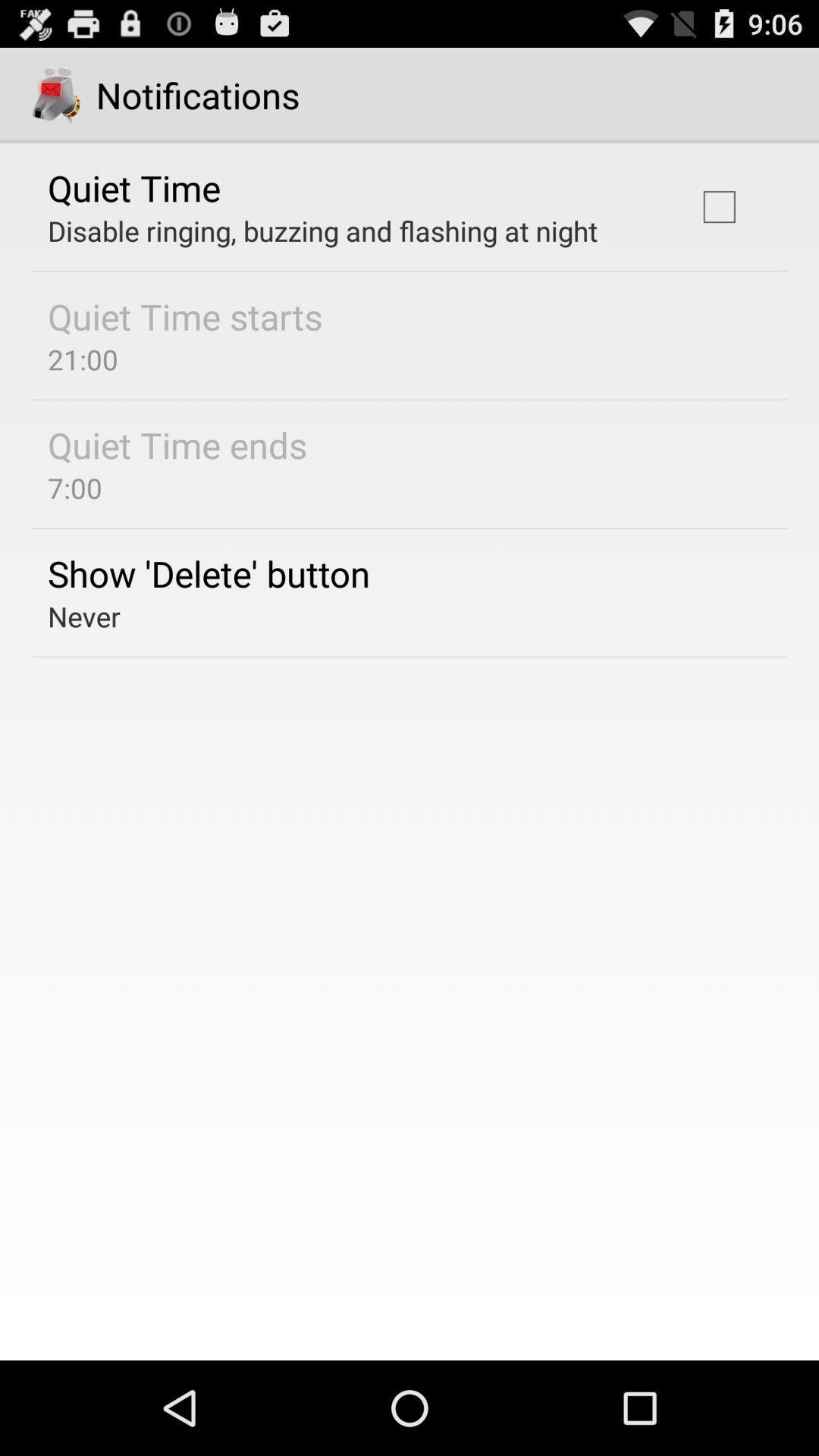 This screenshot has height=1456, width=819. I want to click on the icon next to the disable ringing buzzing, so click(718, 206).